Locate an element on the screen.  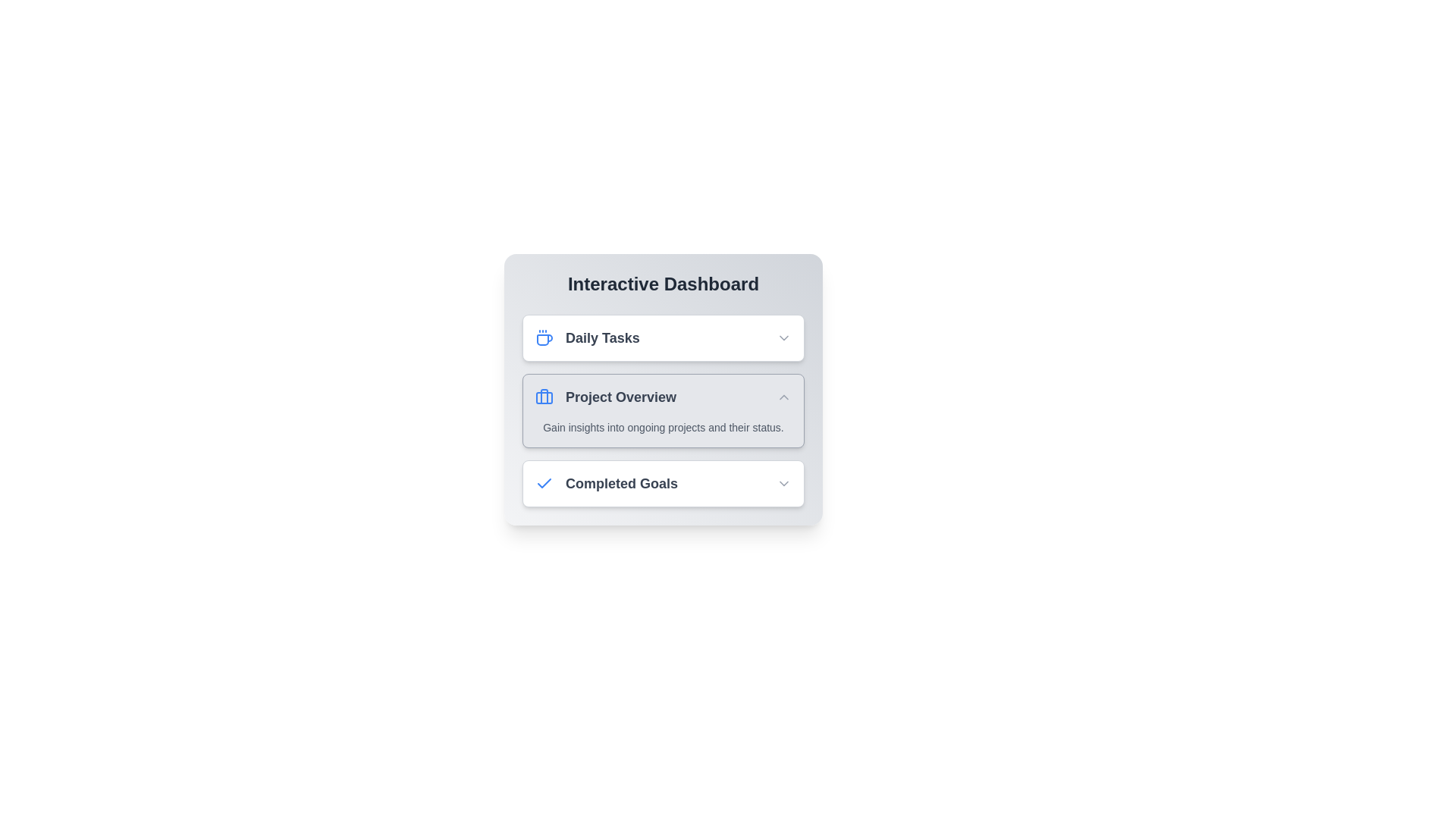
the specified section of the dashboard: Daily Tasks is located at coordinates (663, 337).